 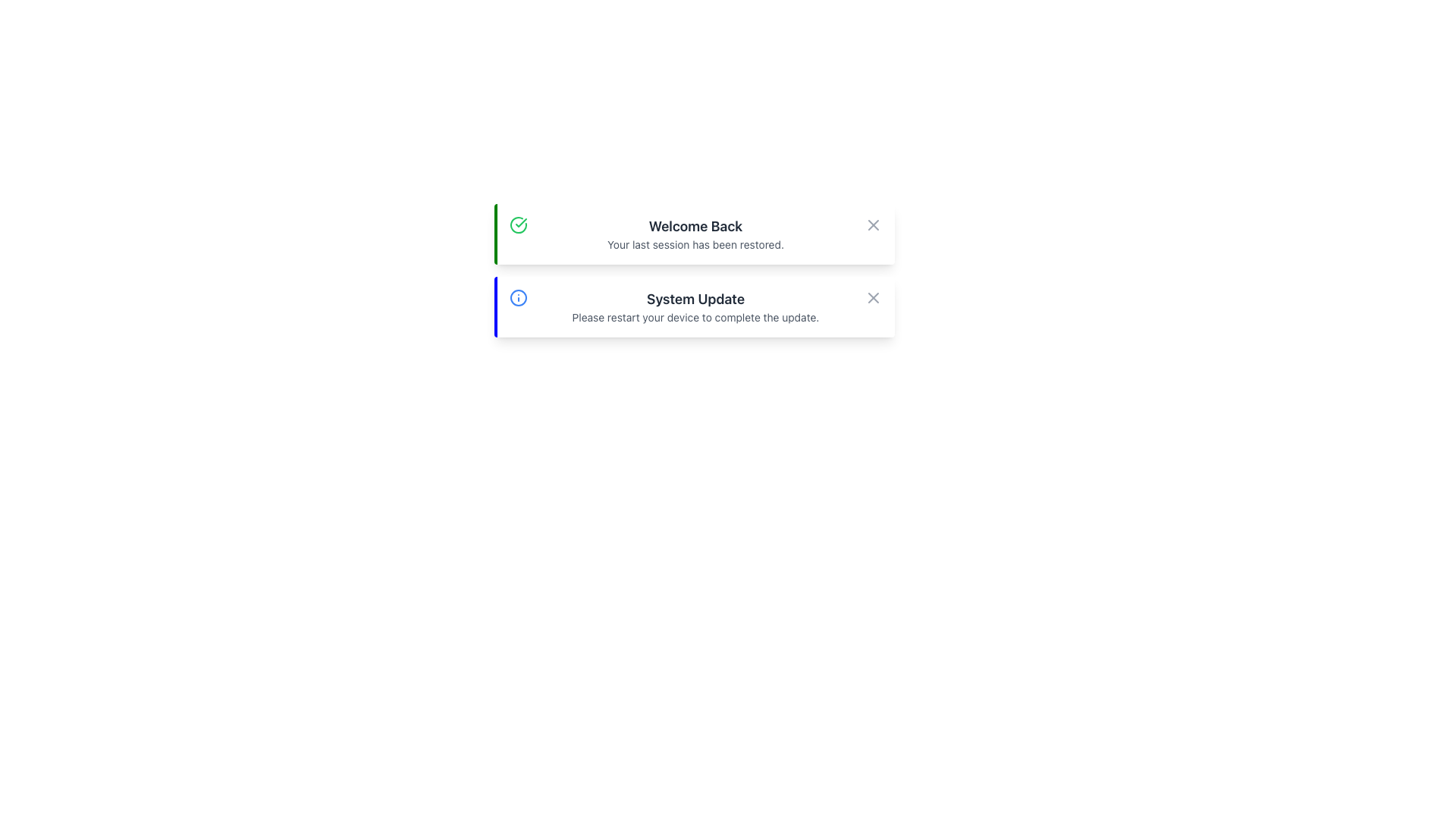 I want to click on the close button for the 'Welcome Back' notification to change its appearance, so click(x=873, y=225).